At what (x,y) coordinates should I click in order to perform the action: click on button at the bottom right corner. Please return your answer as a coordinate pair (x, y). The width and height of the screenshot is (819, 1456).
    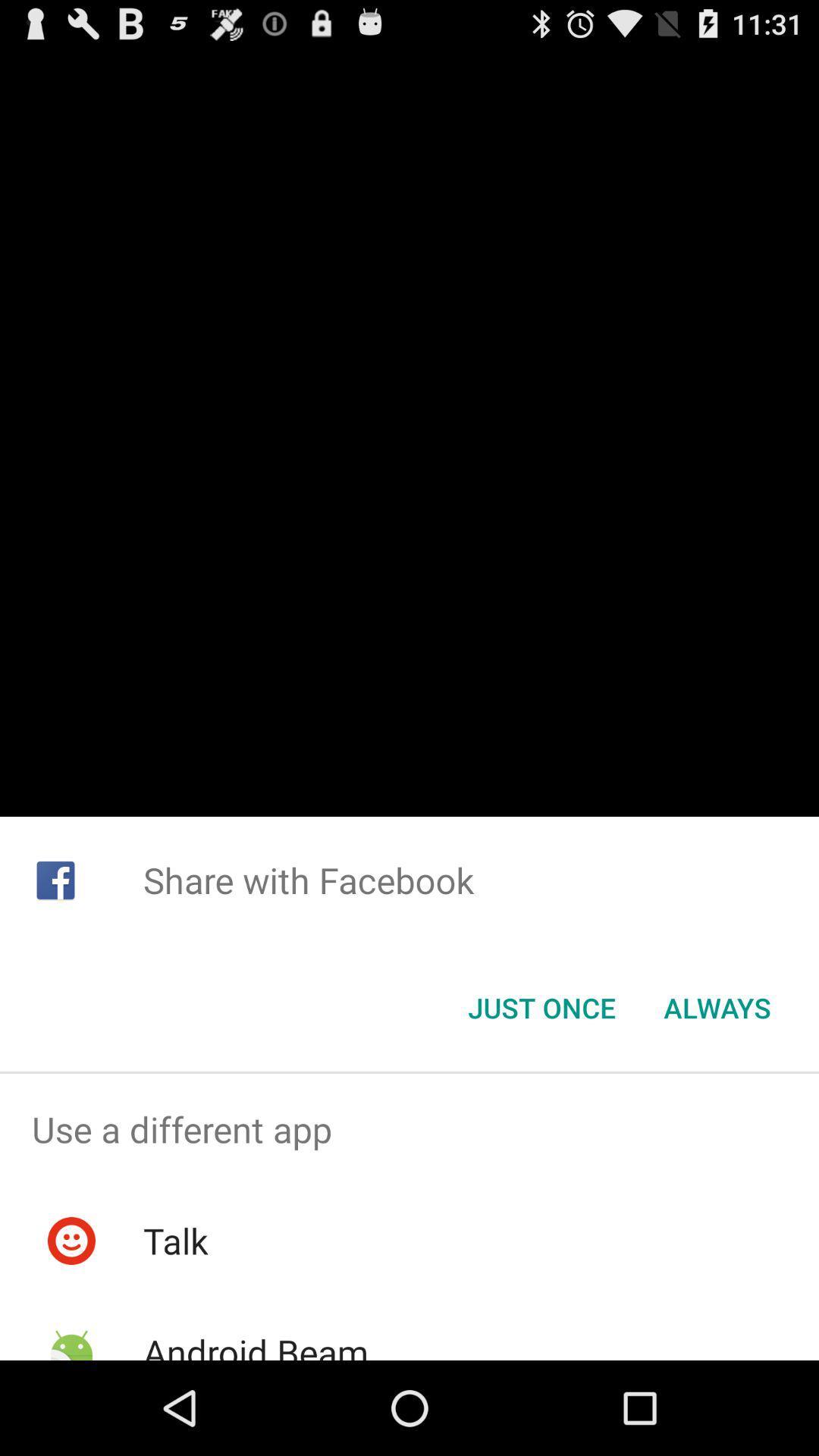
    Looking at the image, I should click on (717, 1008).